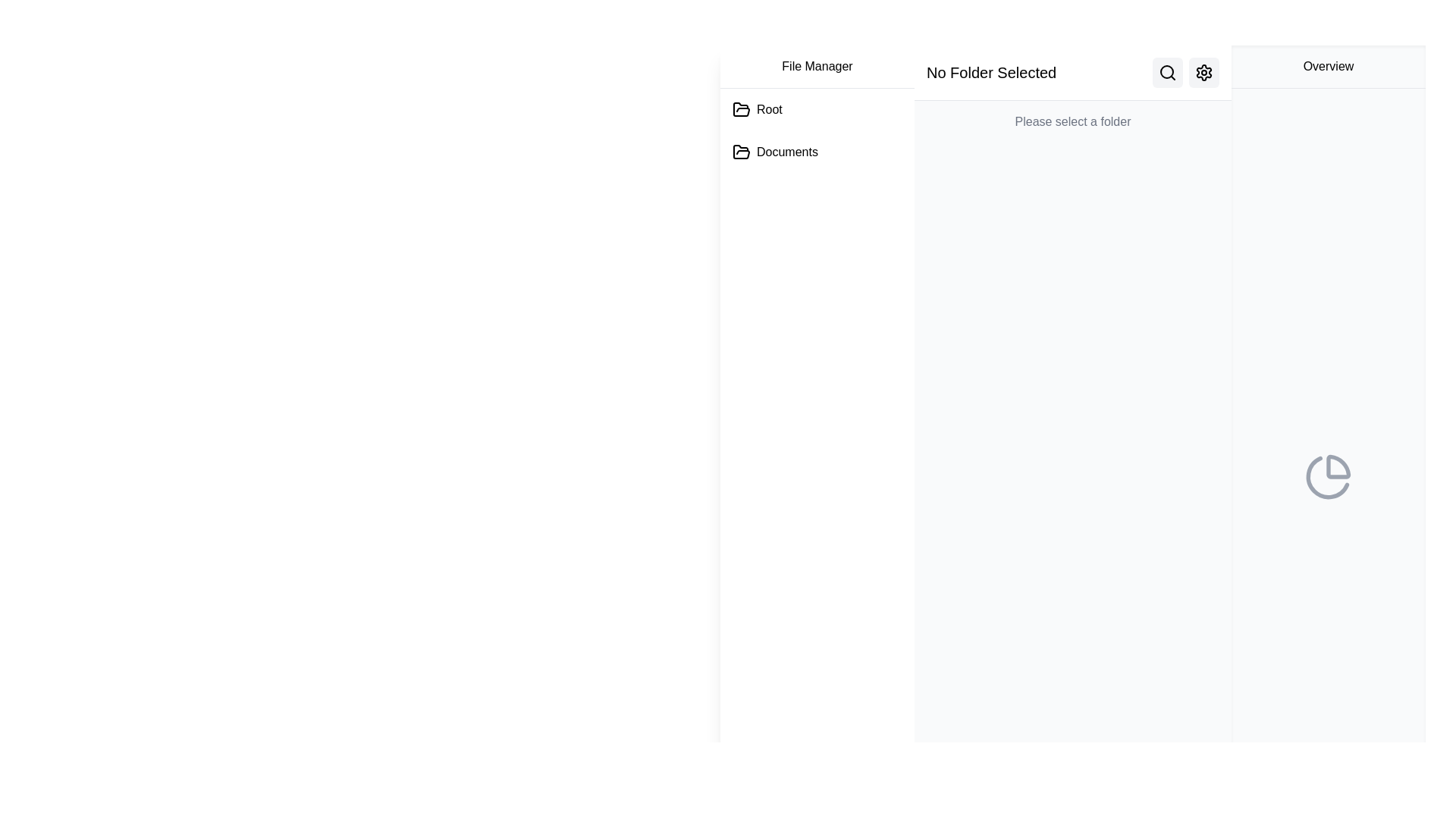 The image size is (1456, 819). What do you see at coordinates (742, 152) in the screenshot?
I see `the 'Documents' folder icon located on the left navigation panel, which is visually represented by an icon directly to the left of the 'Documents' text` at bounding box center [742, 152].